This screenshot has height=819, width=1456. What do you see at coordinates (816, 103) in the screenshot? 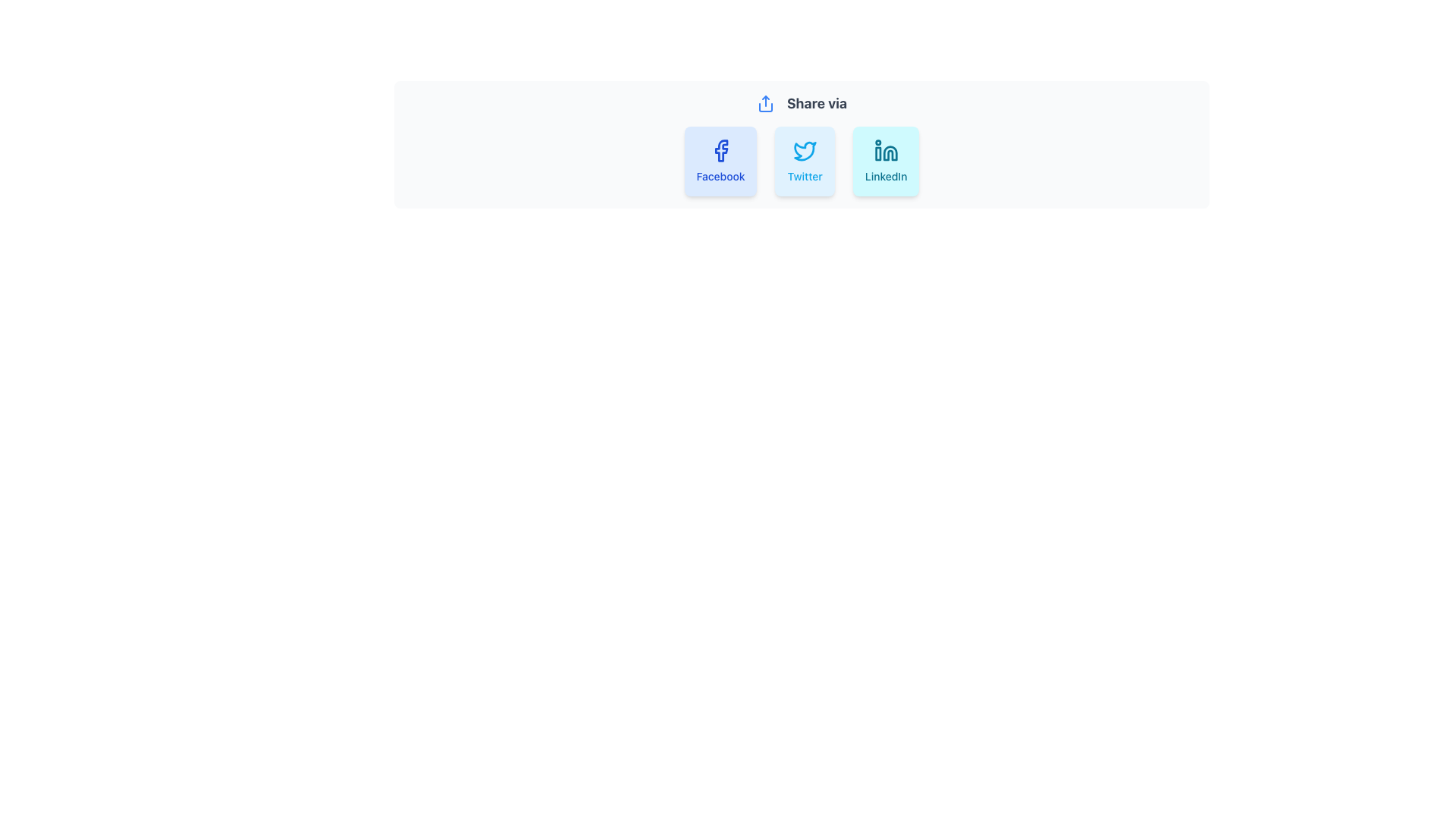
I see `the text label that indicates the purpose of the sharing section, positioned above the social media buttons and to the right of the share icon` at bounding box center [816, 103].